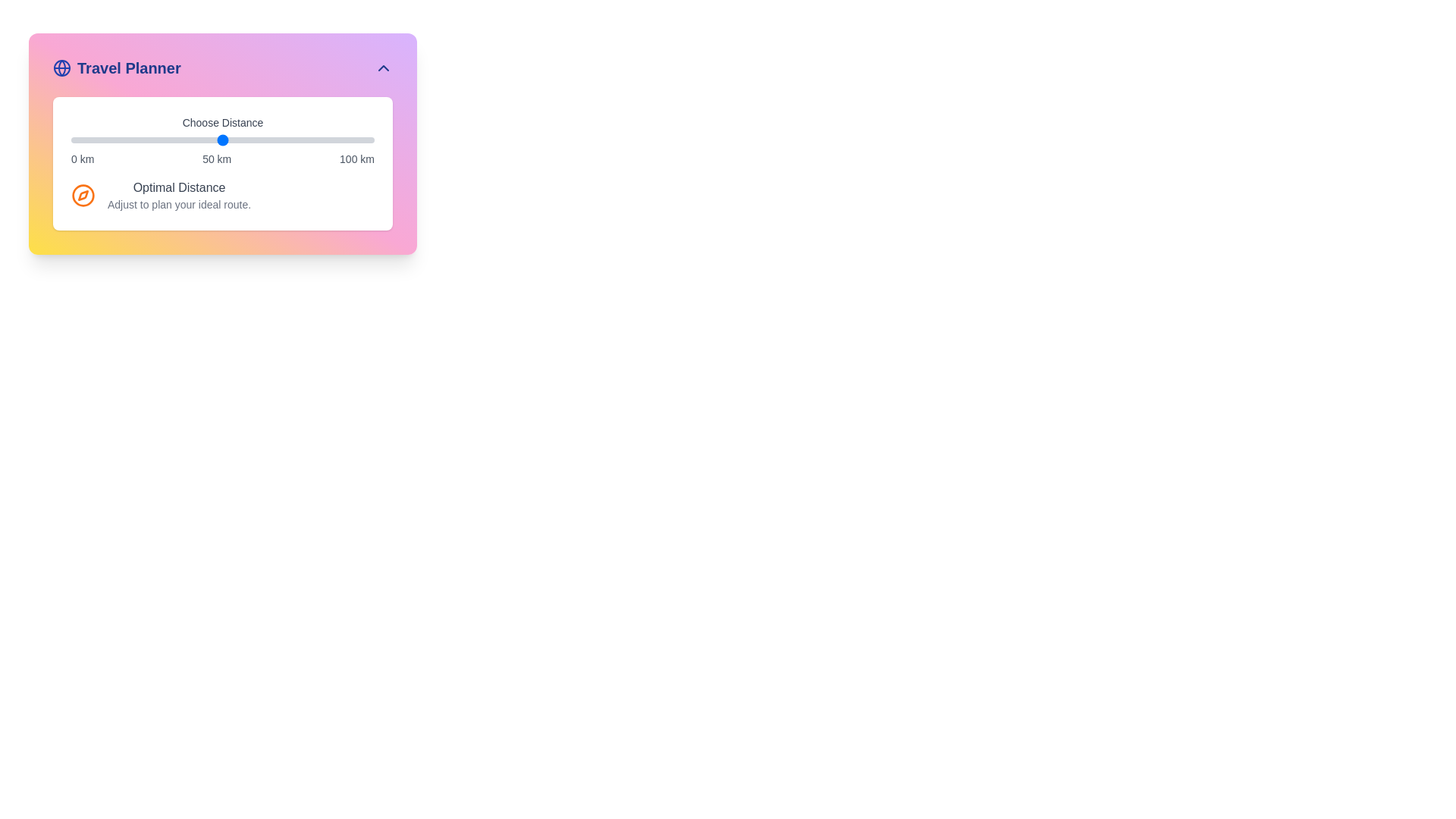  Describe the element at coordinates (73, 140) in the screenshot. I see `the distance slider` at that location.